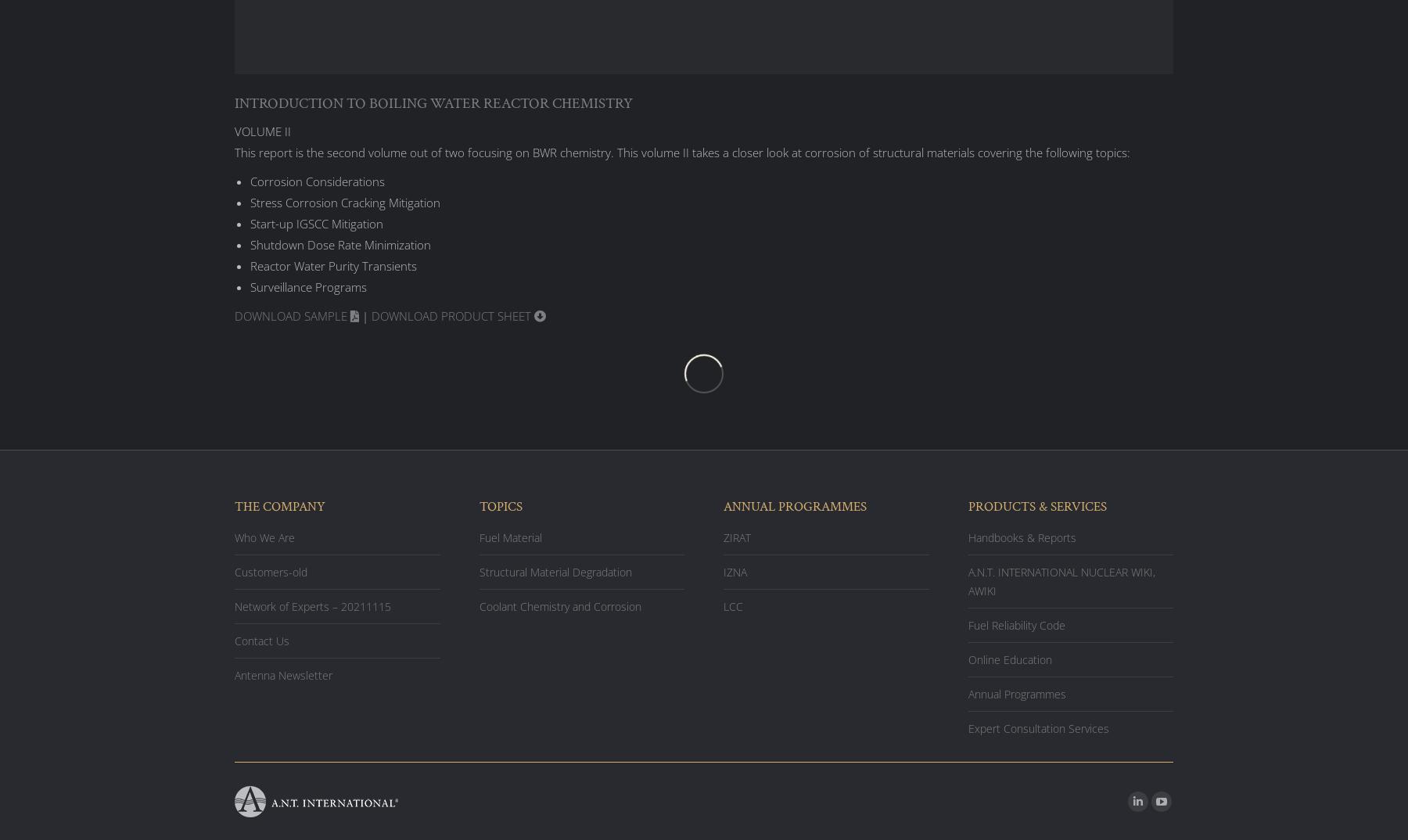 This screenshot has height=840, width=1408. Describe the element at coordinates (736, 536) in the screenshot. I see `'ZIRAT'` at that location.